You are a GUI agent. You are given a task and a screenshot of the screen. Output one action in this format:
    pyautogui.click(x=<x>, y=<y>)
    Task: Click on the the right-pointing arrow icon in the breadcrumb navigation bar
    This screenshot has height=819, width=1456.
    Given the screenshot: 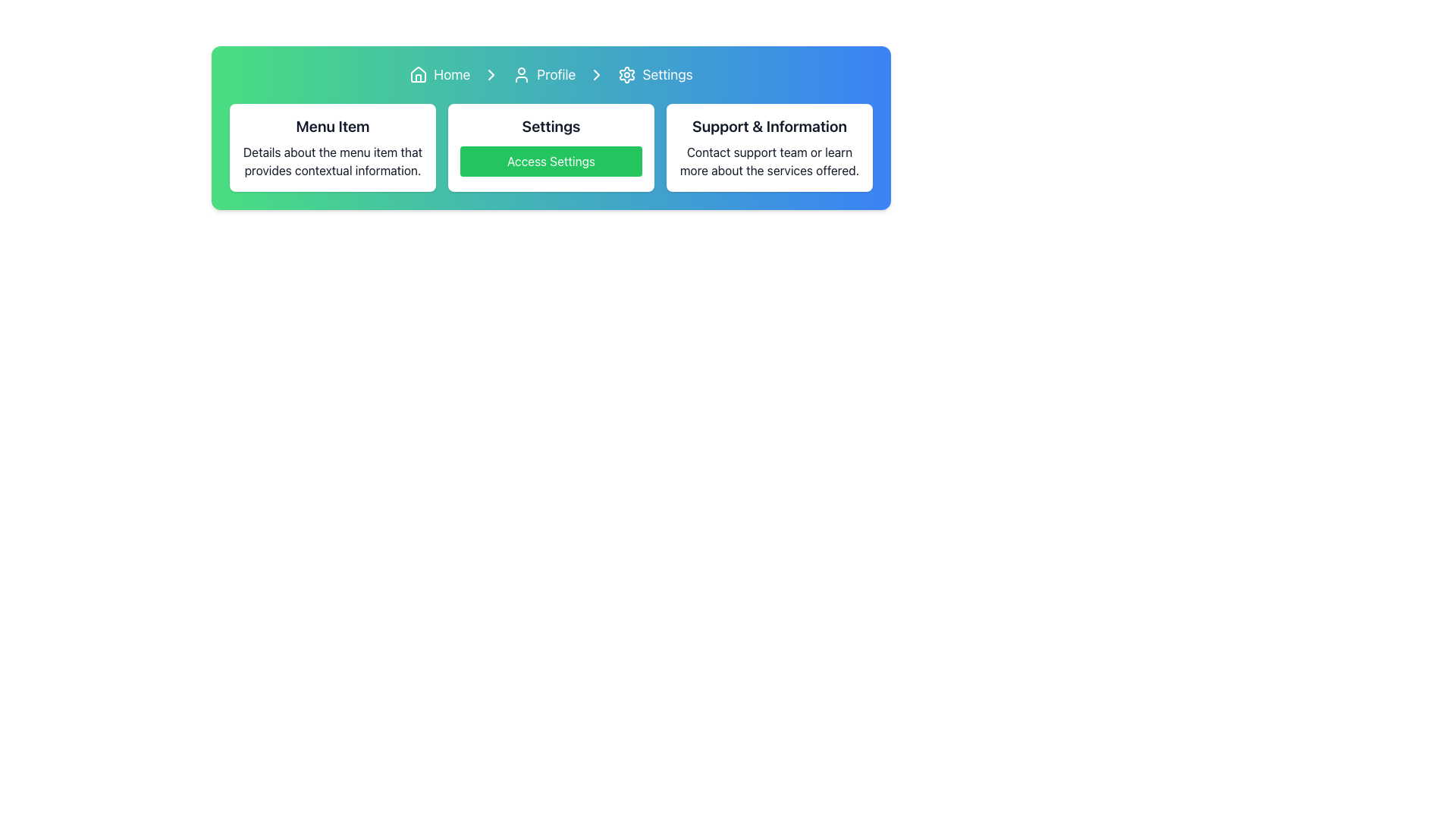 What is the action you would take?
    pyautogui.click(x=596, y=75)
    